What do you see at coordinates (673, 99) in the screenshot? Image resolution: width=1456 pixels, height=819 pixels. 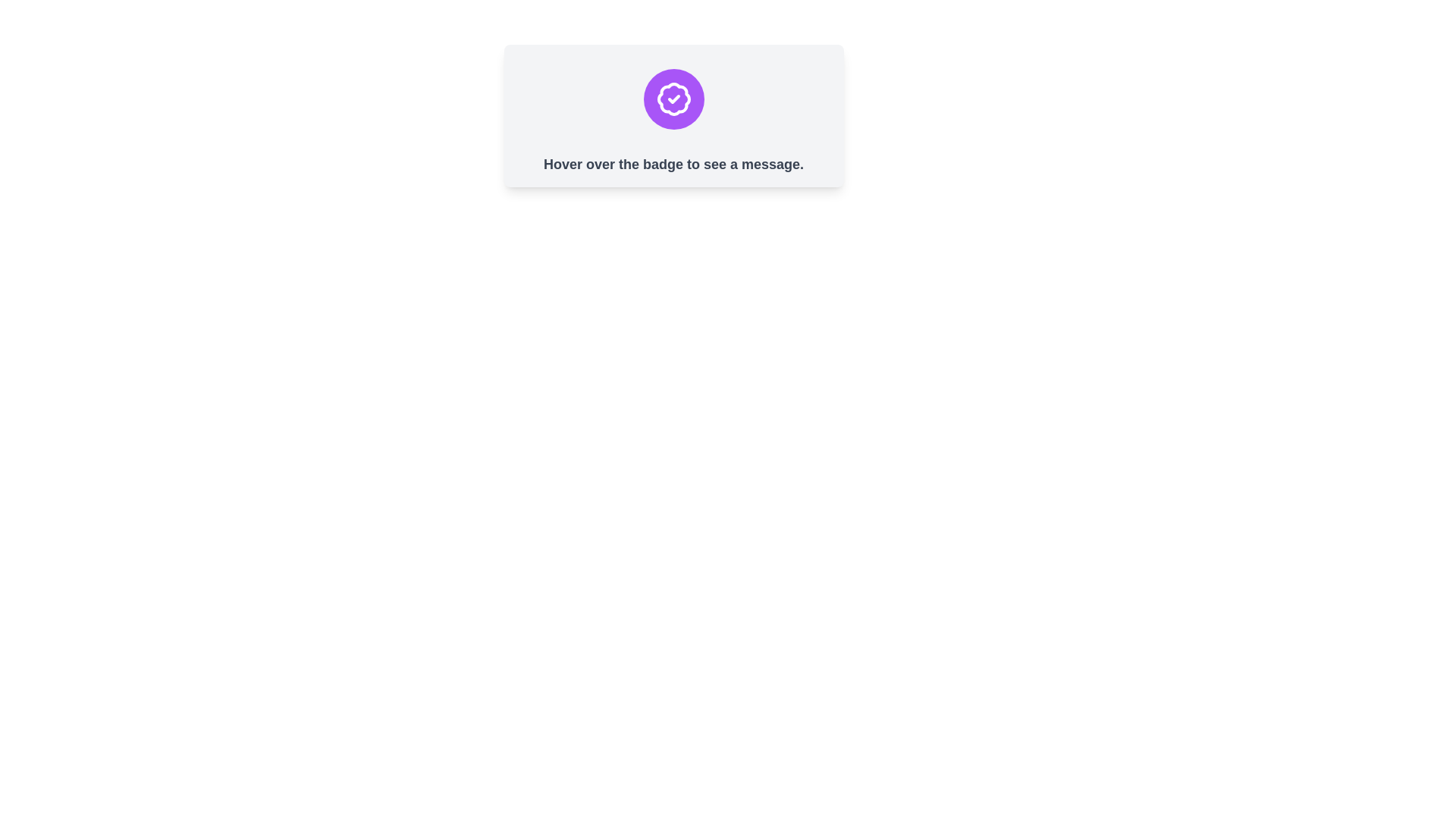 I see `the Interactive Badge Icon, which is a rounded purple circle with a light white border and a check-shaped badge icon, for visual feedback` at bounding box center [673, 99].